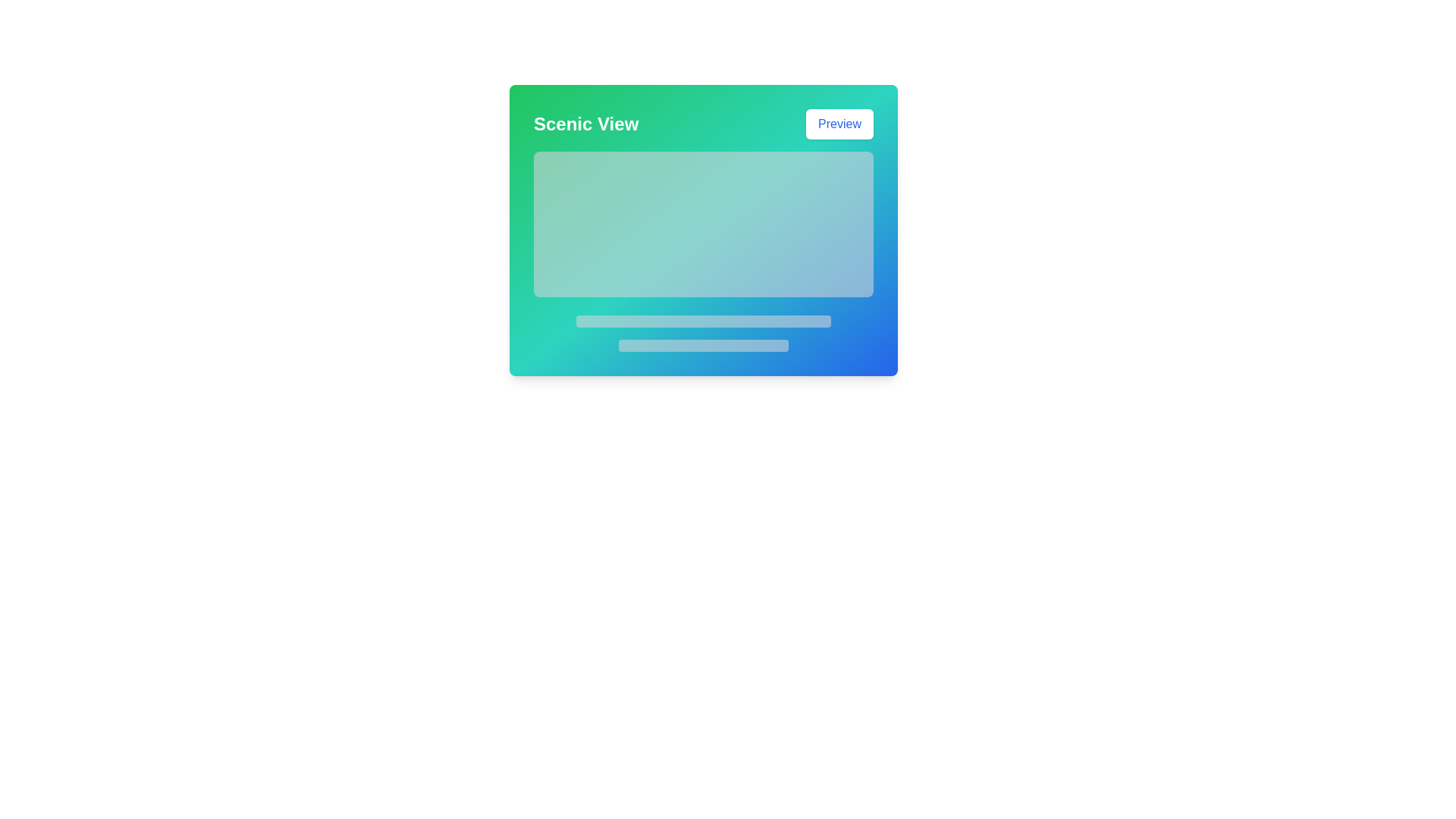 This screenshot has width=1456, height=819. Describe the element at coordinates (702, 345) in the screenshot. I see `the decorative rectangular bar at the bottom-central part of the interface, which serves as a skeleton loading placeholder` at that location.